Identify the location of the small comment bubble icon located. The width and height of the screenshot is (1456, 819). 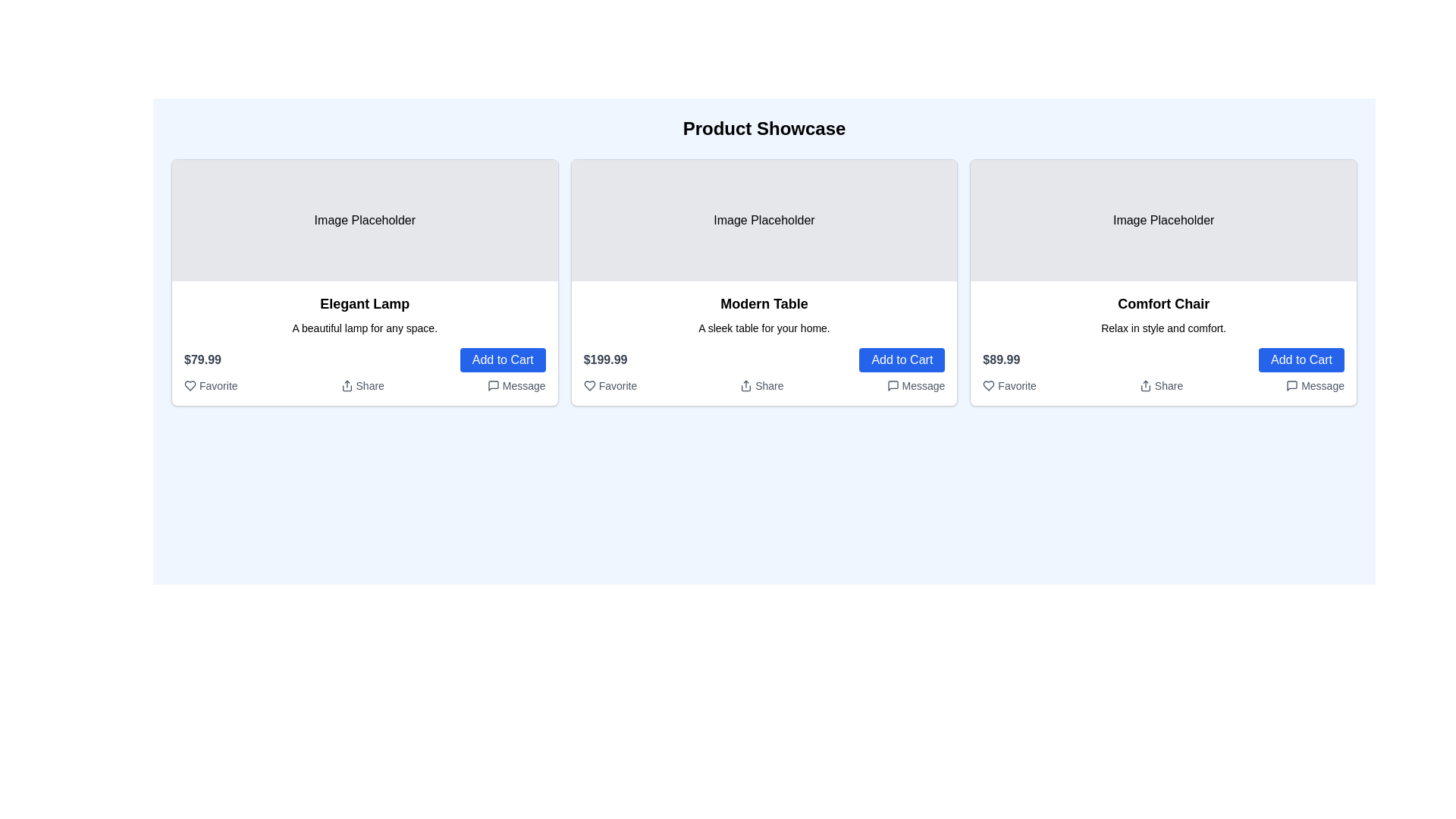
(493, 385).